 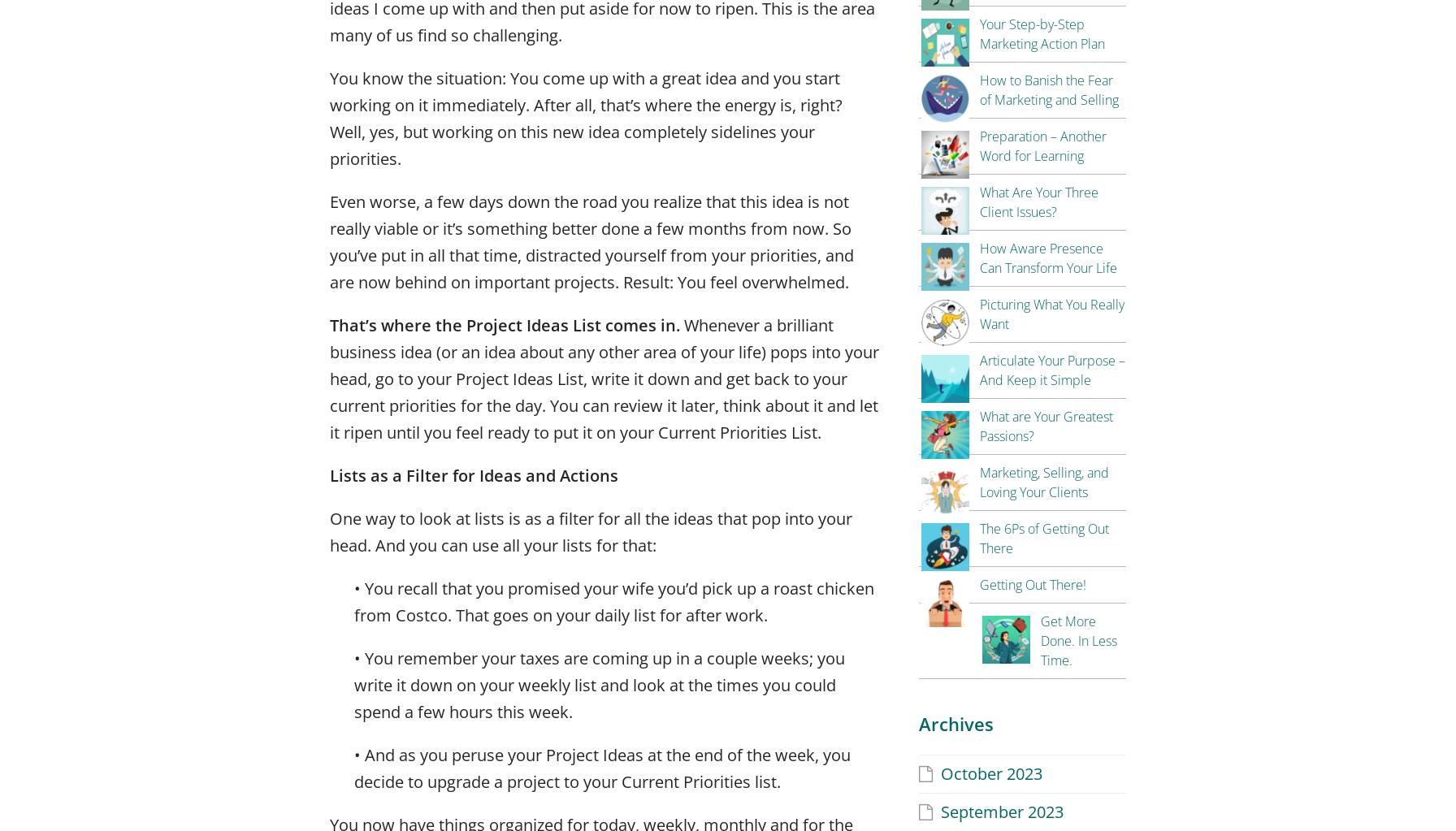 What do you see at coordinates (1042, 33) in the screenshot?
I see `'Your Step-by-Step Marketing Action Plan'` at bounding box center [1042, 33].